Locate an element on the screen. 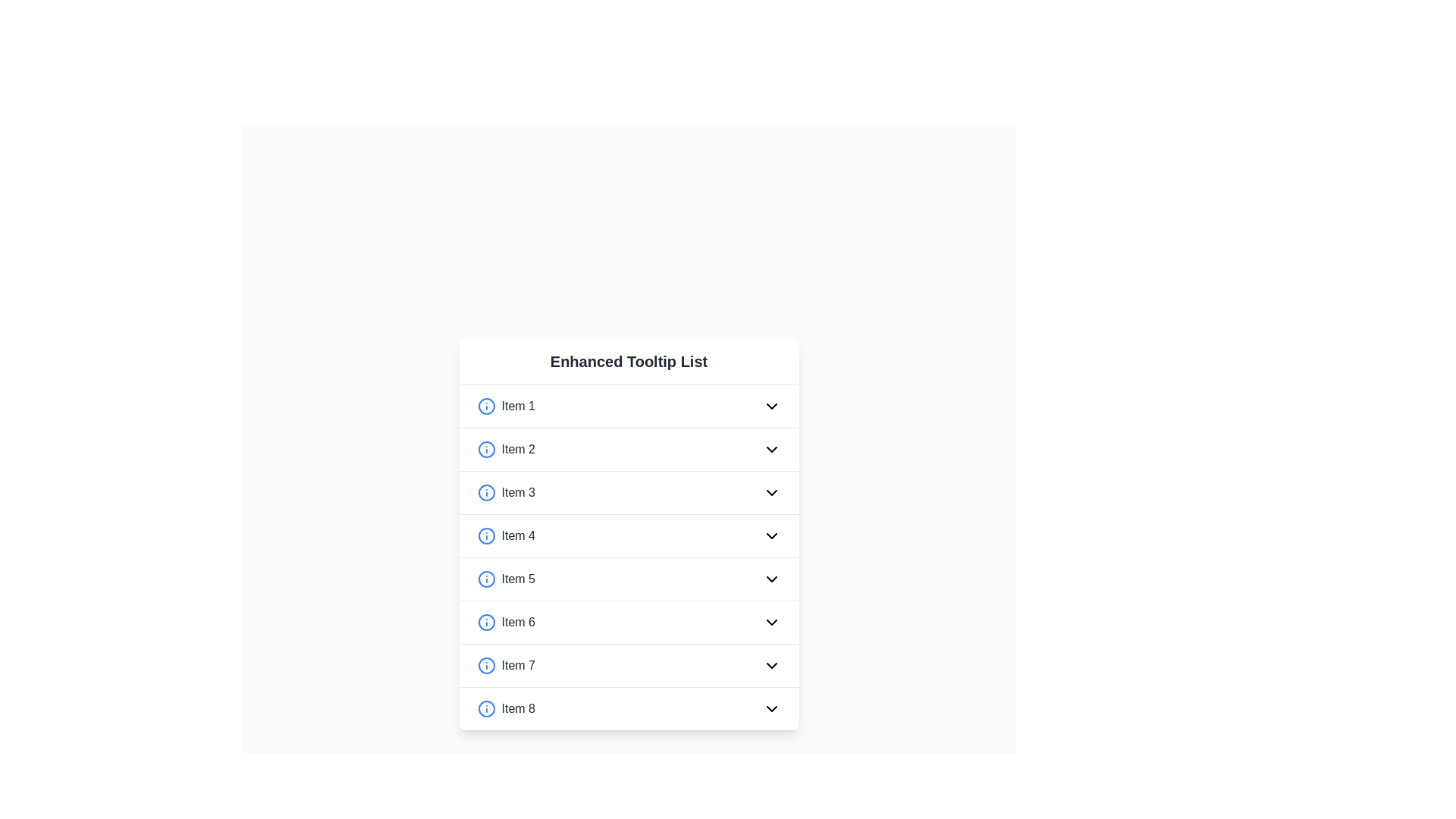 This screenshot has height=819, width=1456. the text label representing 'Item 3' in the vertical list, situated between 'Item 2' and 'Item 4' is located at coordinates (506, 493).